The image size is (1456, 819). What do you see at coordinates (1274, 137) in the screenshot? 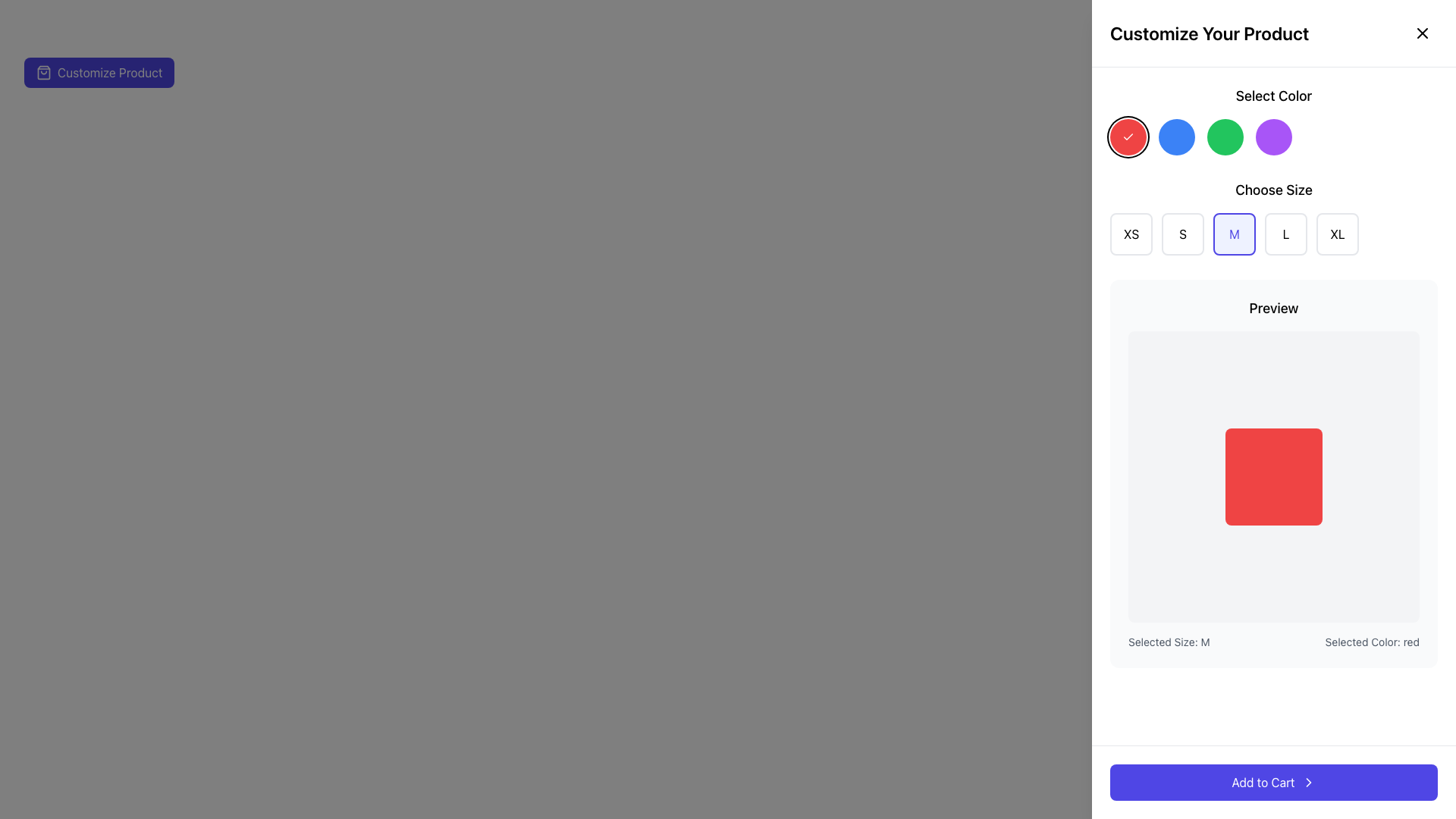
I see `the last circular color selection button, which is light purple and located to the right of the green button in the 'Select Color' section` at bounding box center [1274, 137].